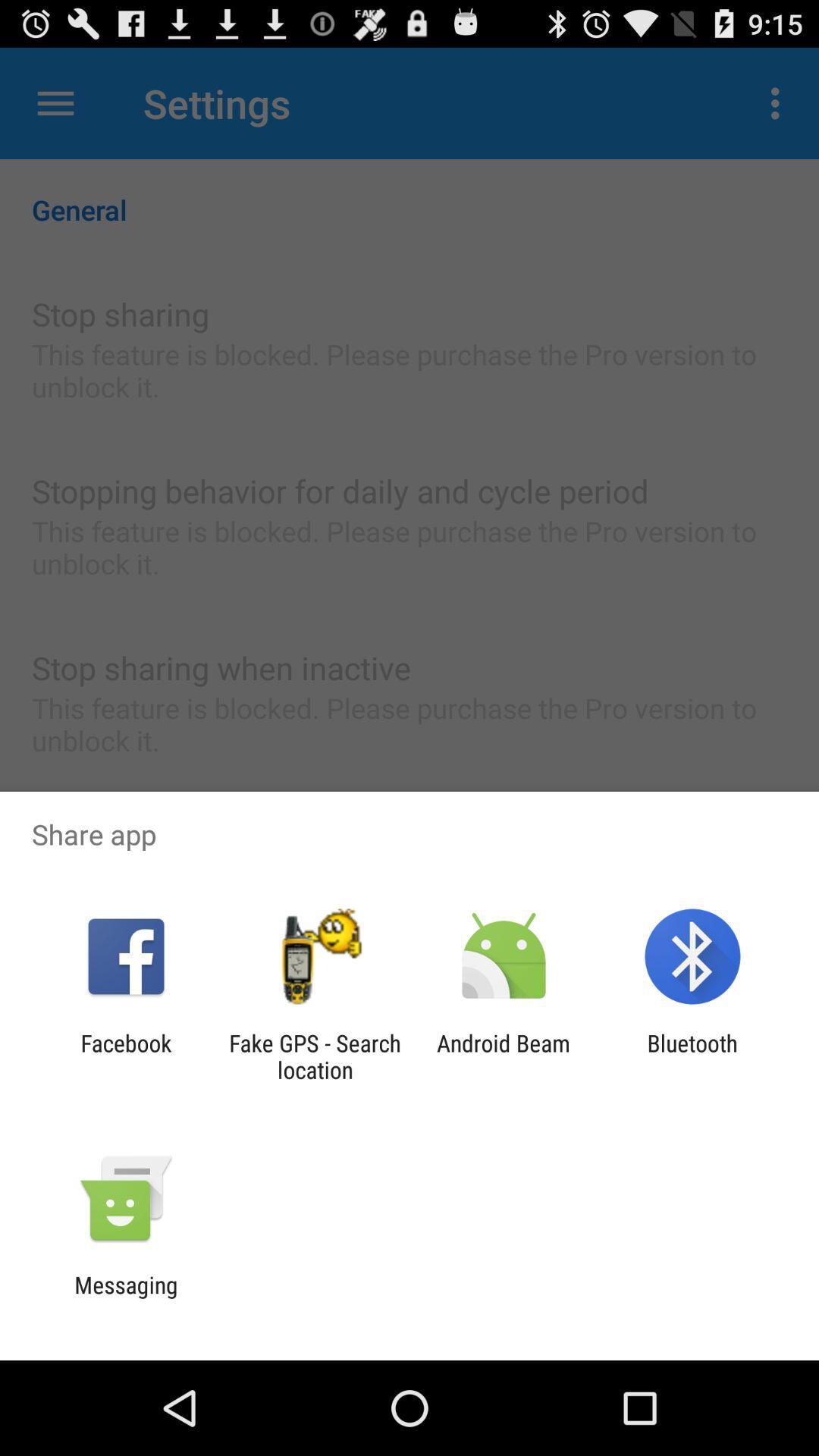 The width and height of the screenshot is (819, 1456). Describe the element at coordinates (692, 1056) in the screenshot. I see `app at the bottom right corner` at that location.